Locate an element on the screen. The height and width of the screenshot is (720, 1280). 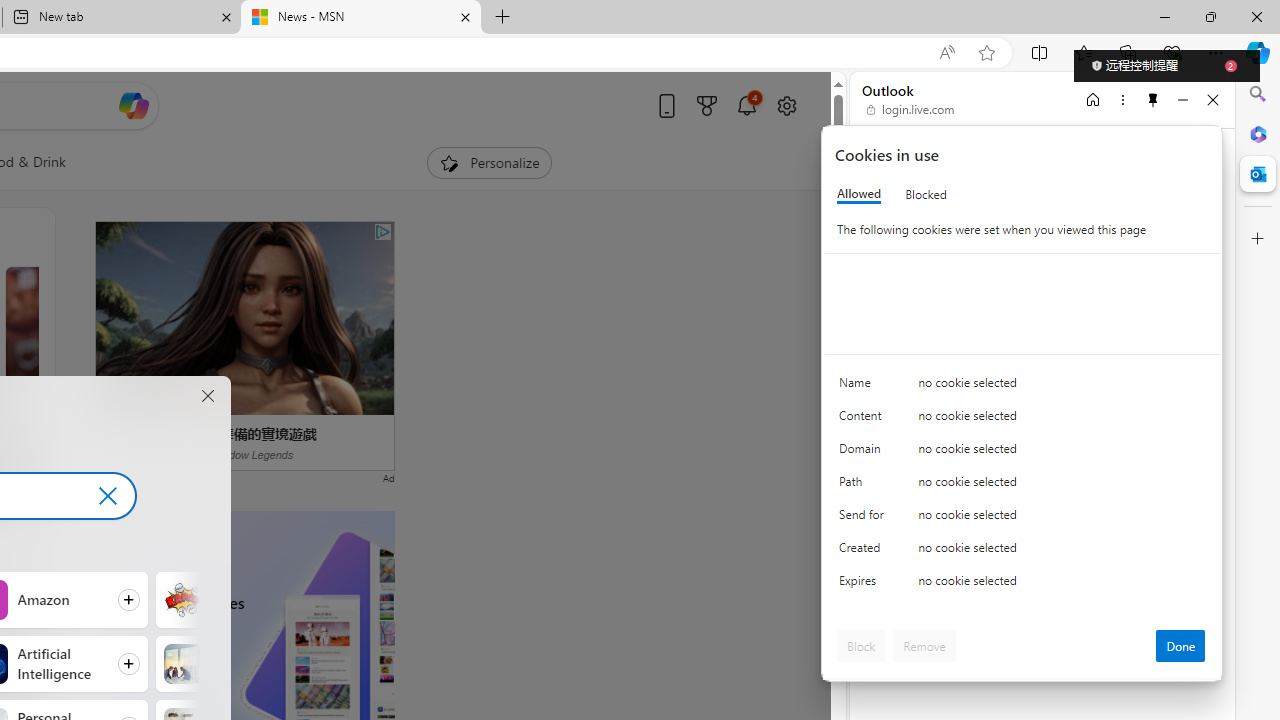
'Collections' is located at coordinates (1128, 51).